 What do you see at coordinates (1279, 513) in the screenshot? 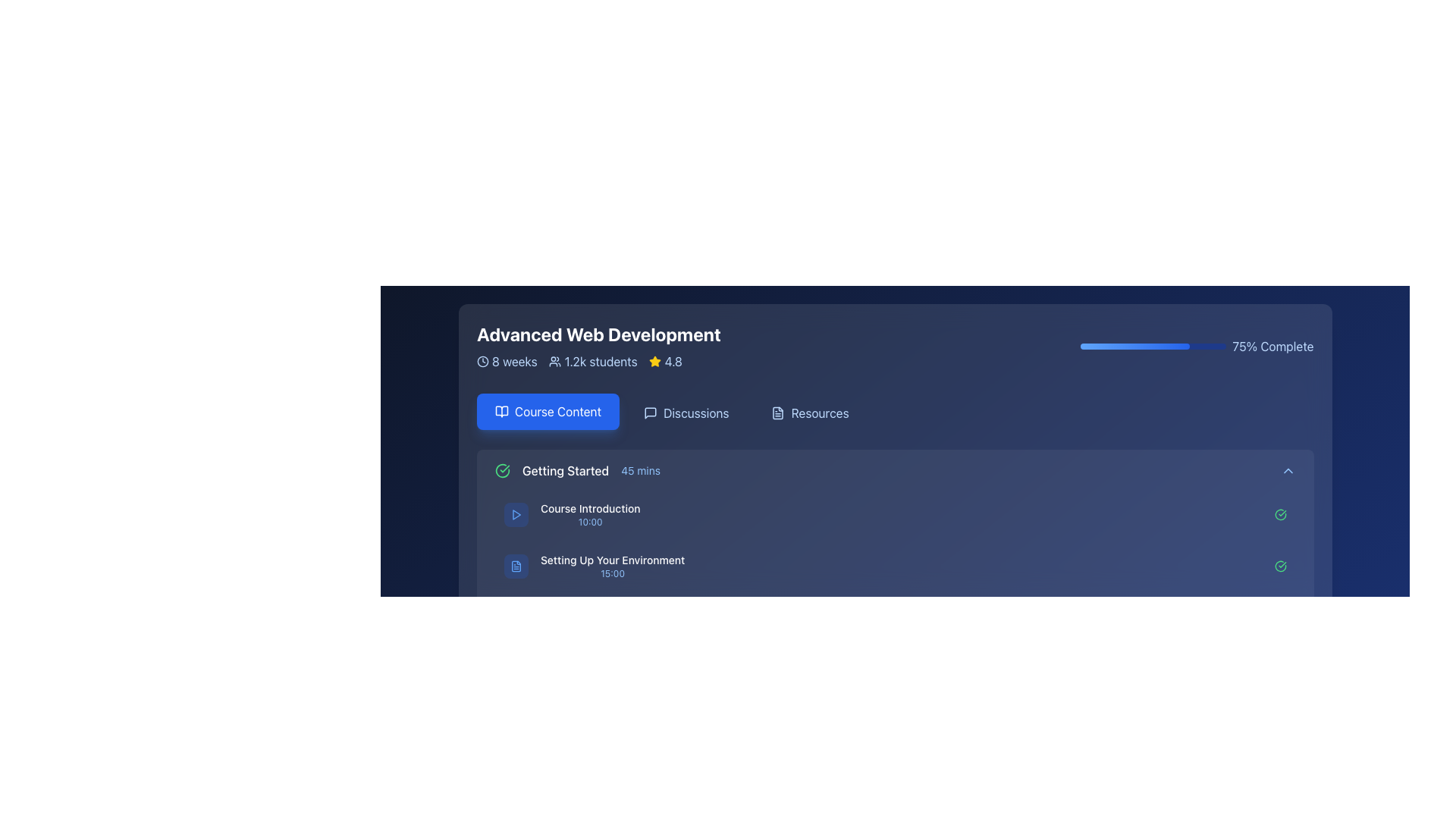
I see `the completion status icon located at the far right side of the 'Course Introduction 10:00' row, which visually confirms that the section has been marked as completed` at bounding box center [1279, 513].